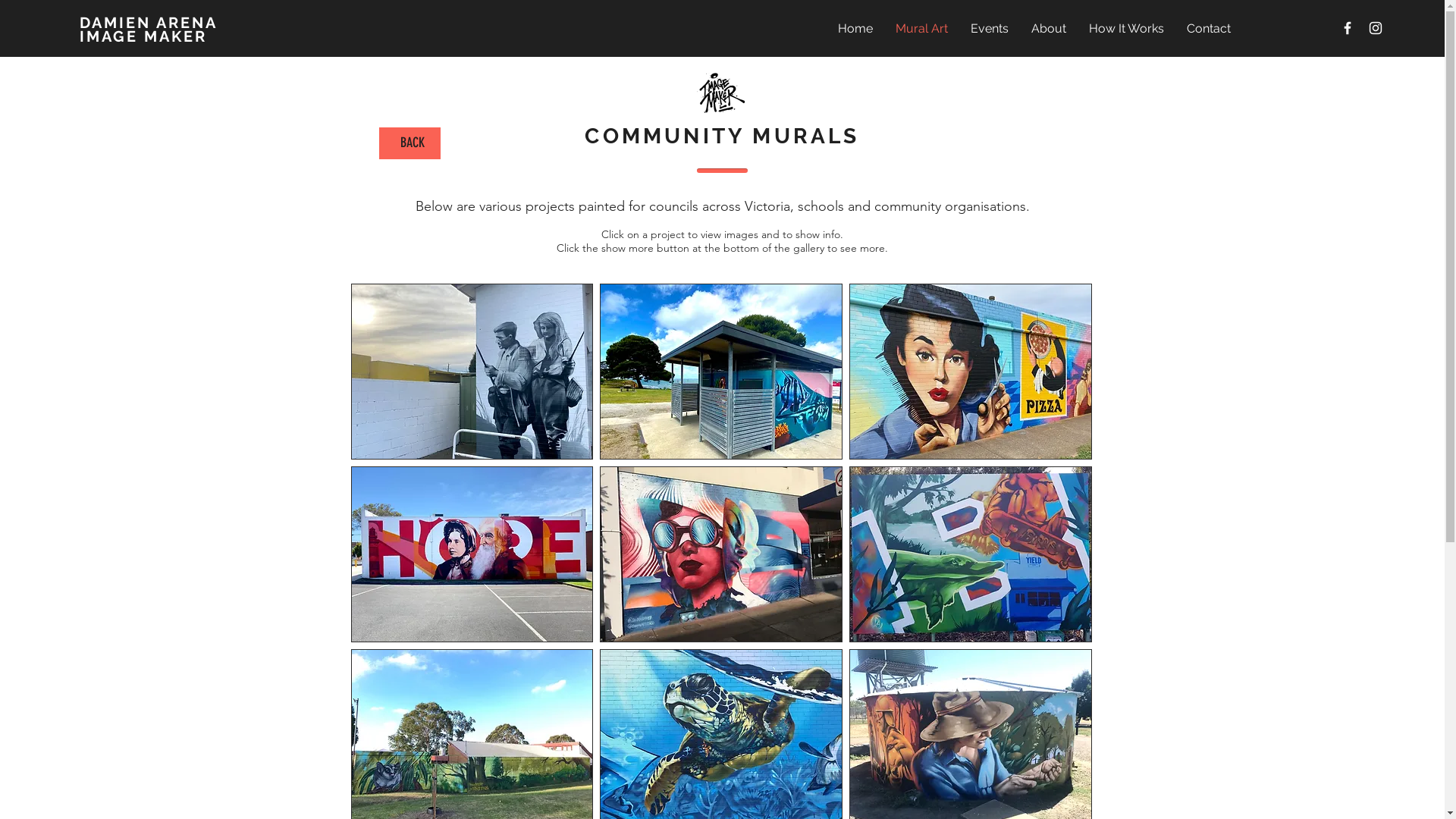 The height and width of the screenshot is (819, 1456). What do you see at coordinates (855, 28) in the screenshot?
I see `'Home'` at bounding box center [855, 28].